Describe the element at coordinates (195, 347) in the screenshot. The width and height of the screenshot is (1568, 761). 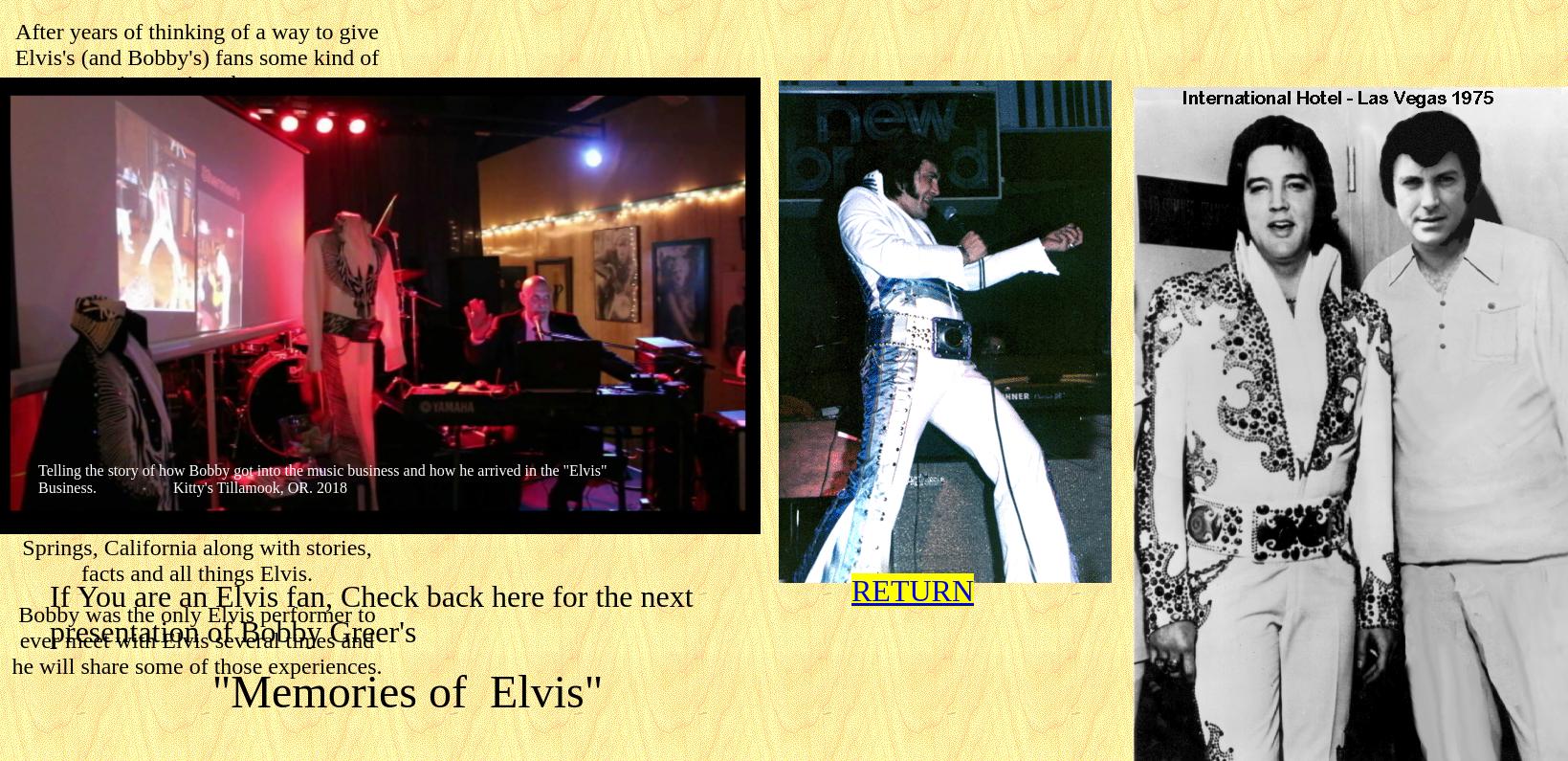
I see `'Bobby has picked 12 of Elvis best know songs 
and put them together with total precision so that the music fits perfectly from 
end to end.'` at that location.